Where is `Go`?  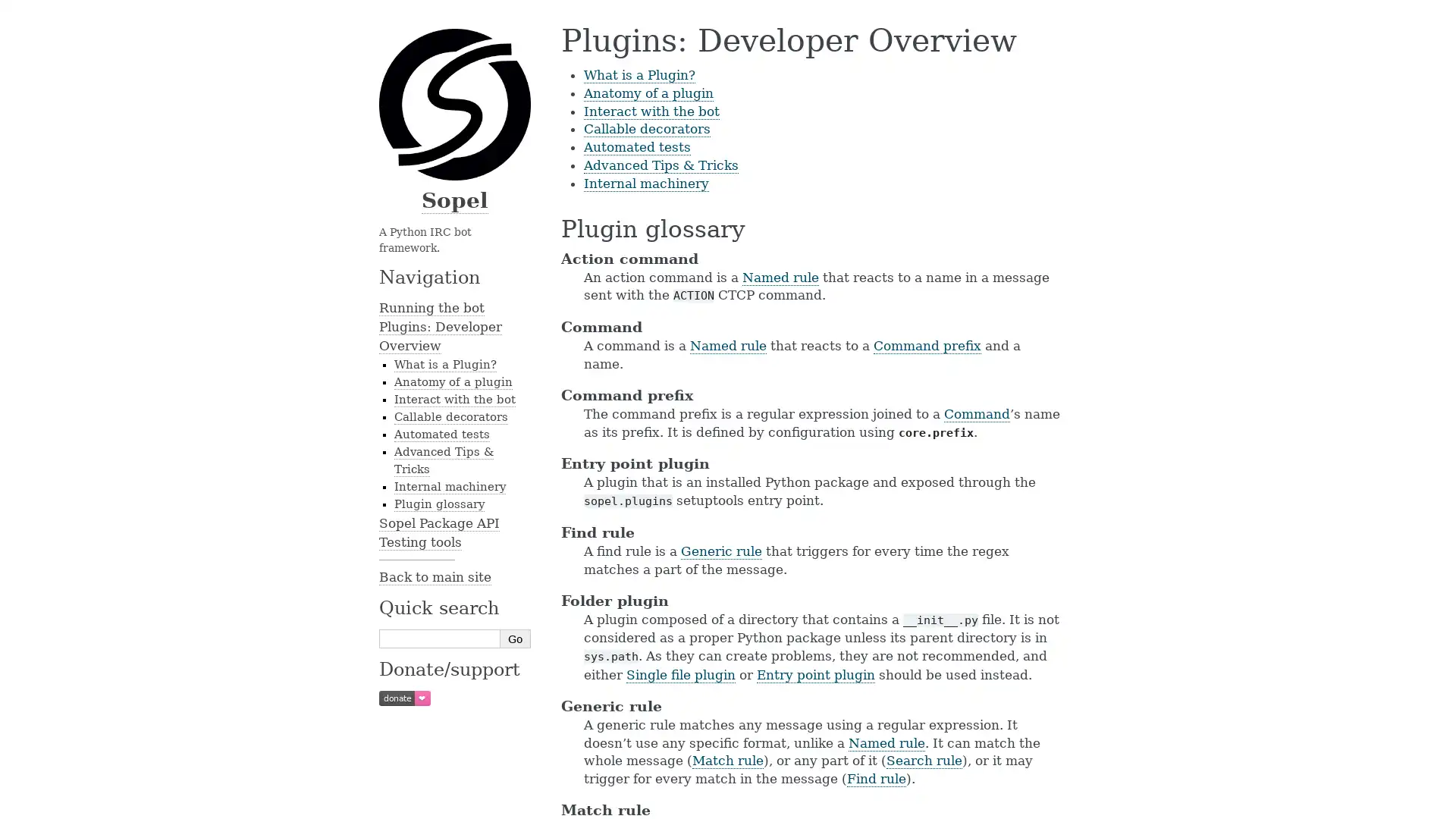
Go is located at coordinates (516, 639).